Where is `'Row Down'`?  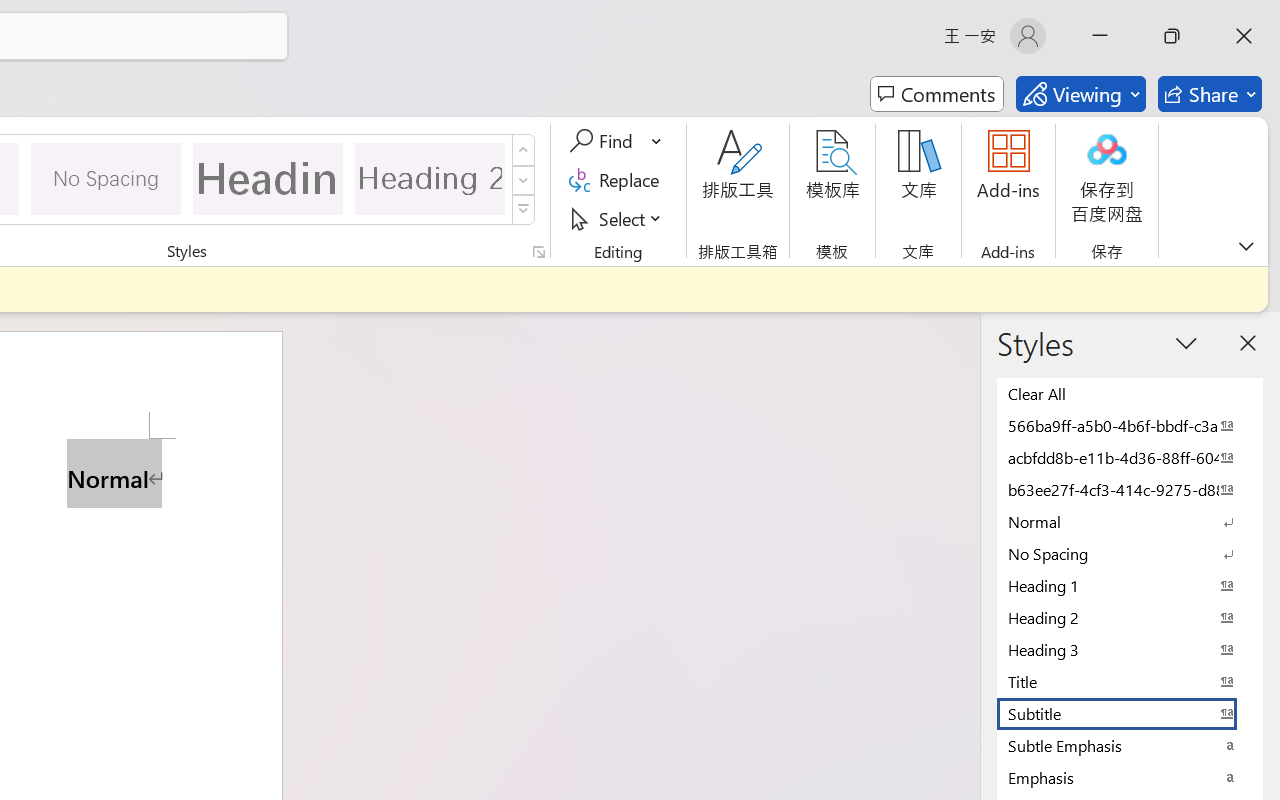 'Row Down' is located at coordinates (523, 179).